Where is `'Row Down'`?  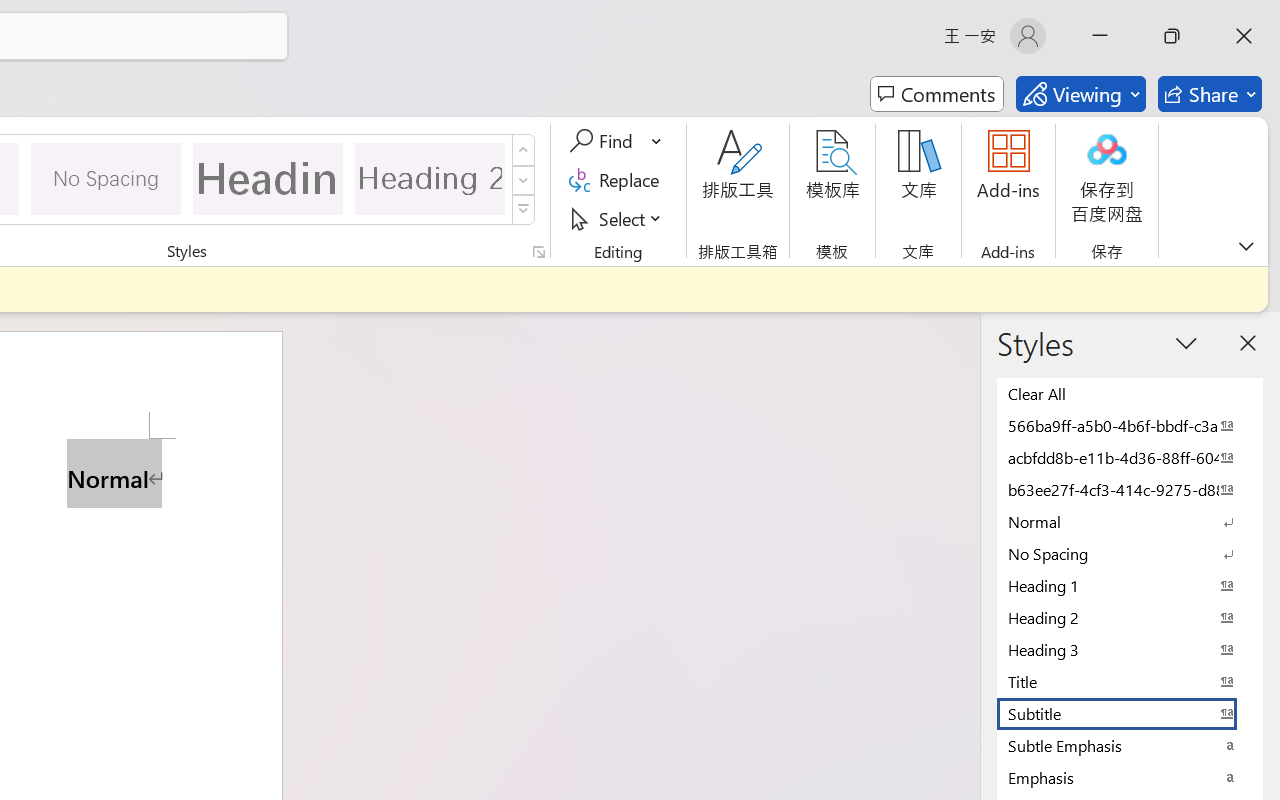 'Row Down' is located at coordinates (523, 179).